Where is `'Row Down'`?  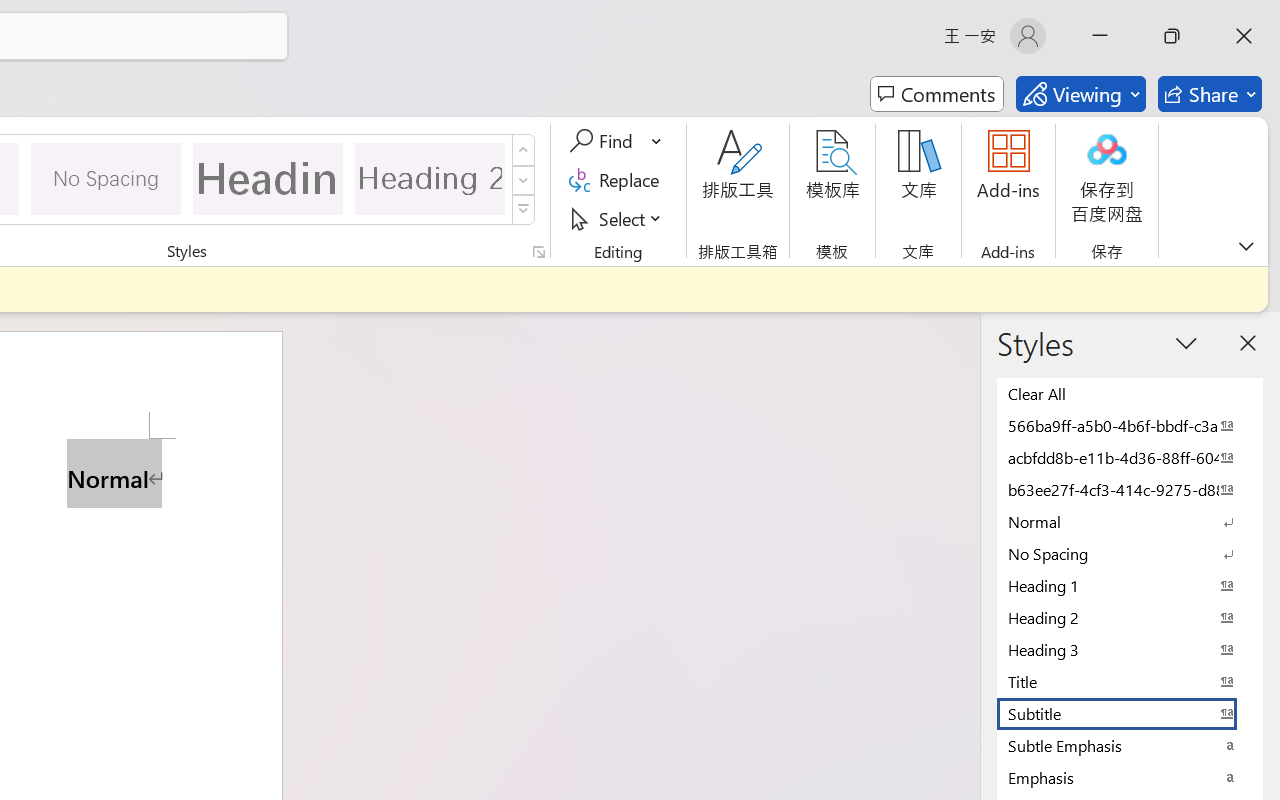 'Row Down' is located at coordinates (523, 179).